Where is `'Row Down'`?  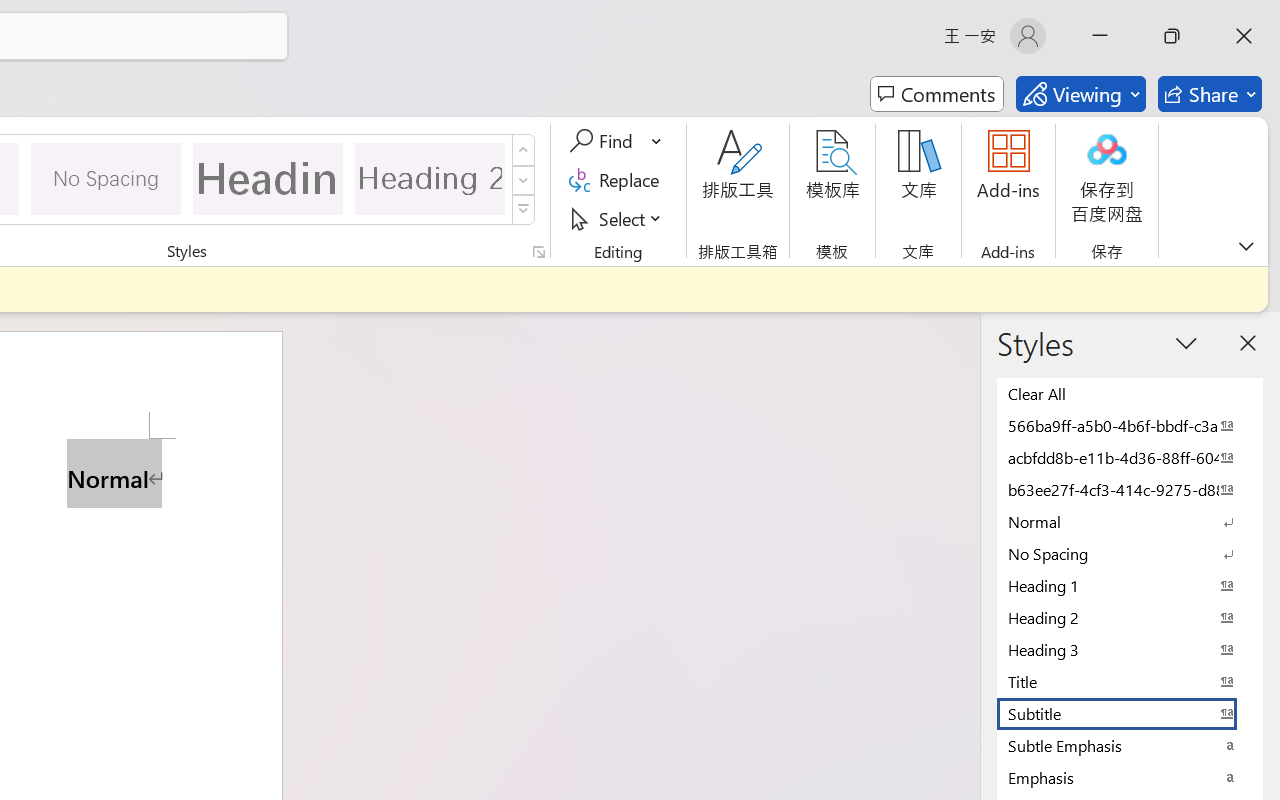 'Row Down' is located at coordinates (523, 179).